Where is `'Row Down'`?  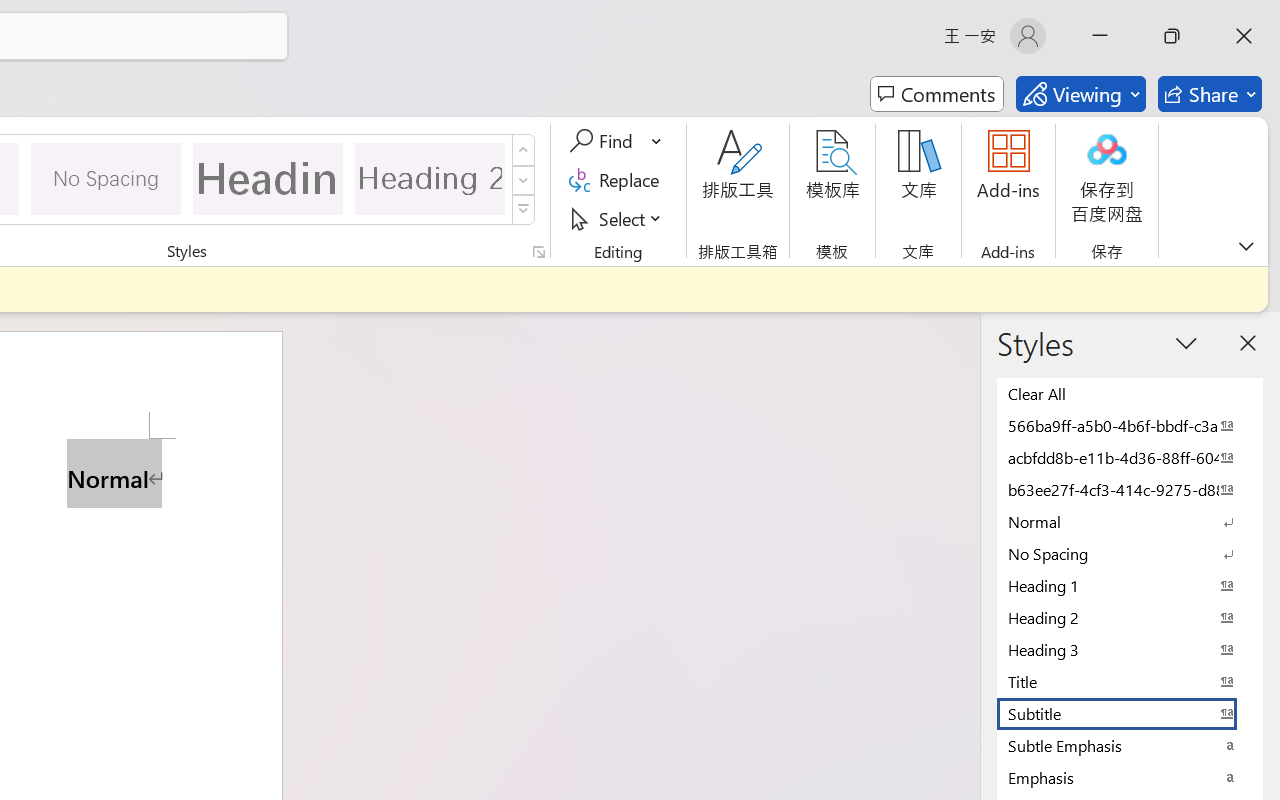 'Row Down' is located at coordinates (523, 179).